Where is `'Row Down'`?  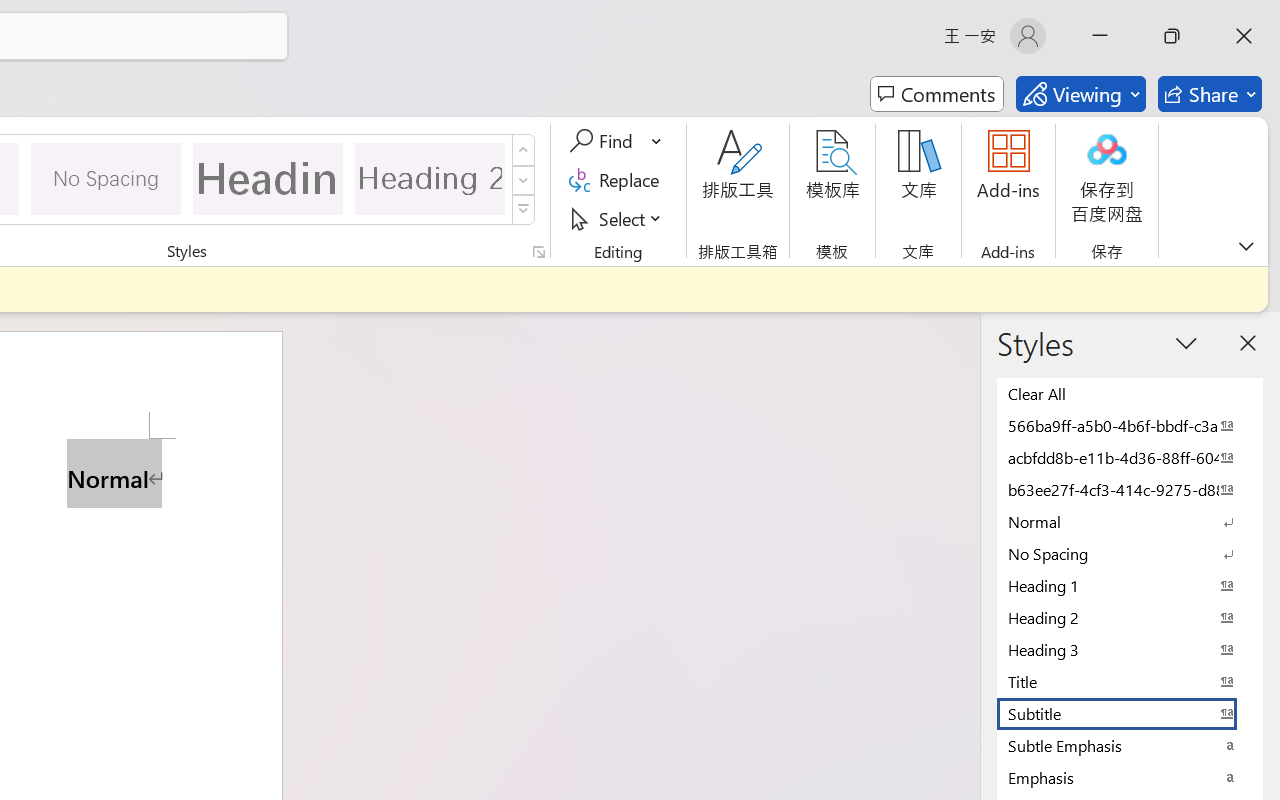 'Row Down' is located at coordinates (523, 179).